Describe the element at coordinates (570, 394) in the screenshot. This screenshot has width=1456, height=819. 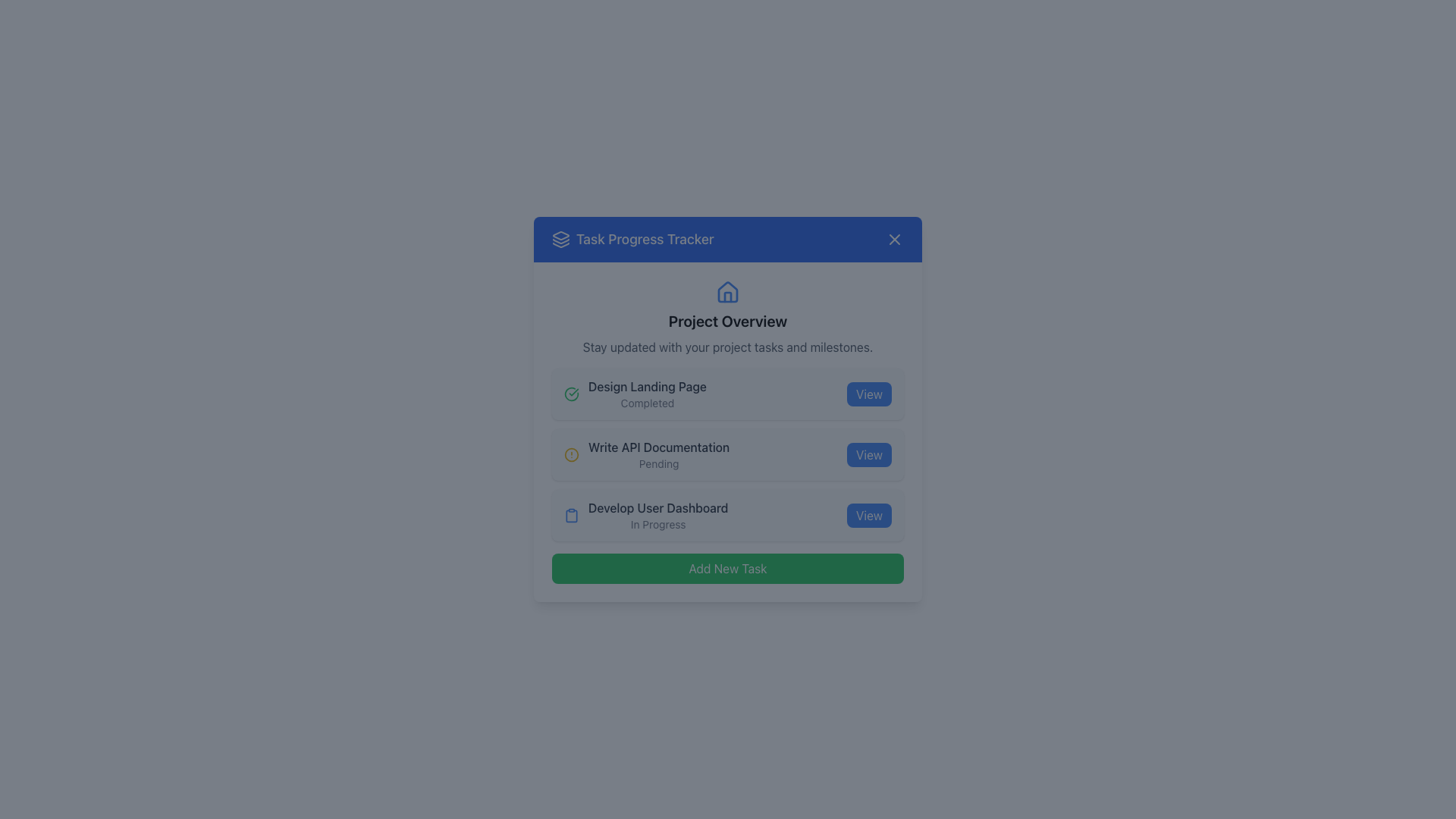
I see `the Graphical Status Indicator that signifies the status of the 'Design Landing Page' task as completed, located at the leftmost side of the row containing the text 'Design Landing Page'` at that location.